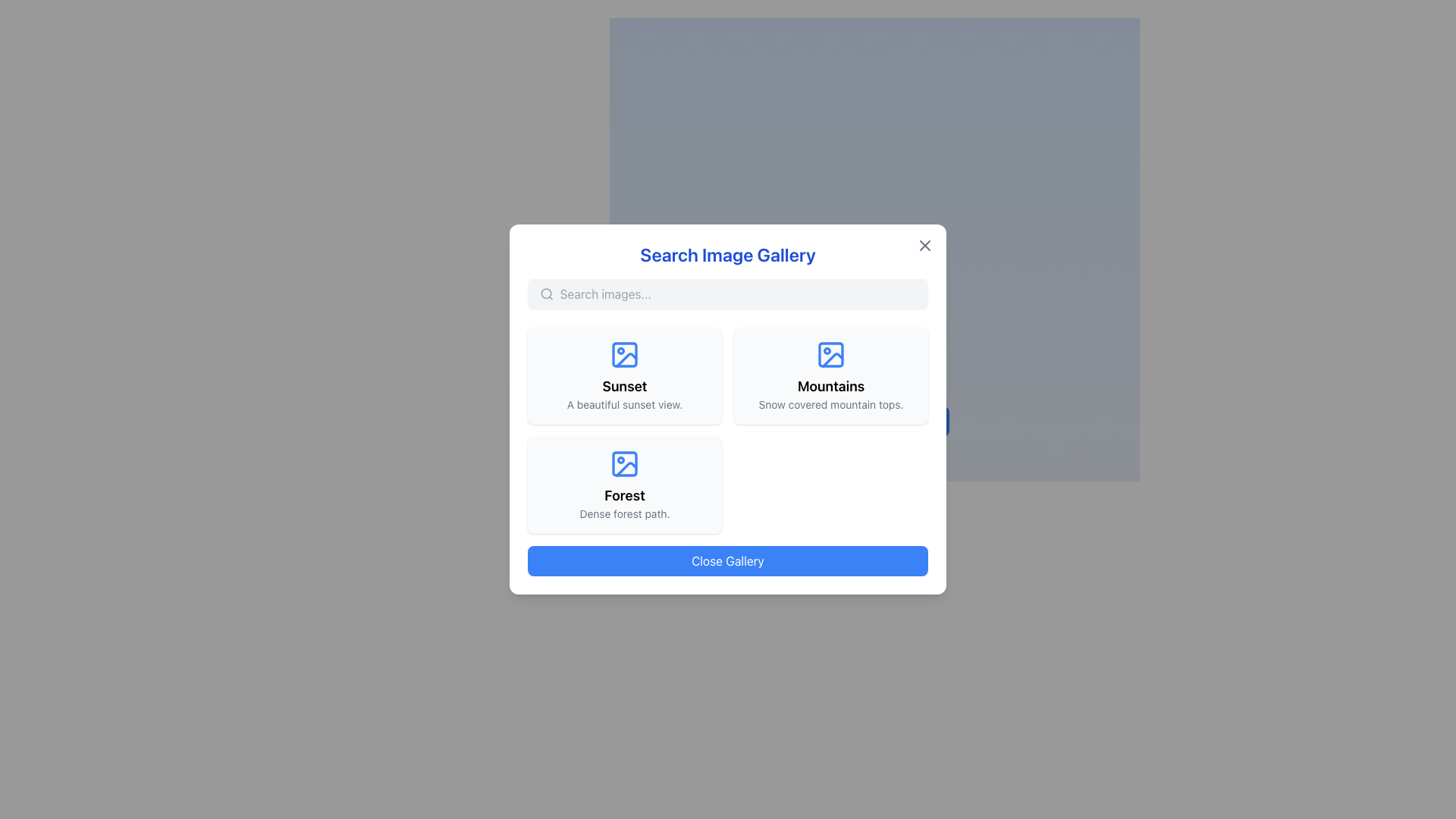 The width and height of the screenshot is (1456, 819). Describe the element at coordinates (625, 354) in the screenshot. I see `the image icon representing the concept of an image or photo located at the top of the 'Sunset' card in the gallery` at that location.